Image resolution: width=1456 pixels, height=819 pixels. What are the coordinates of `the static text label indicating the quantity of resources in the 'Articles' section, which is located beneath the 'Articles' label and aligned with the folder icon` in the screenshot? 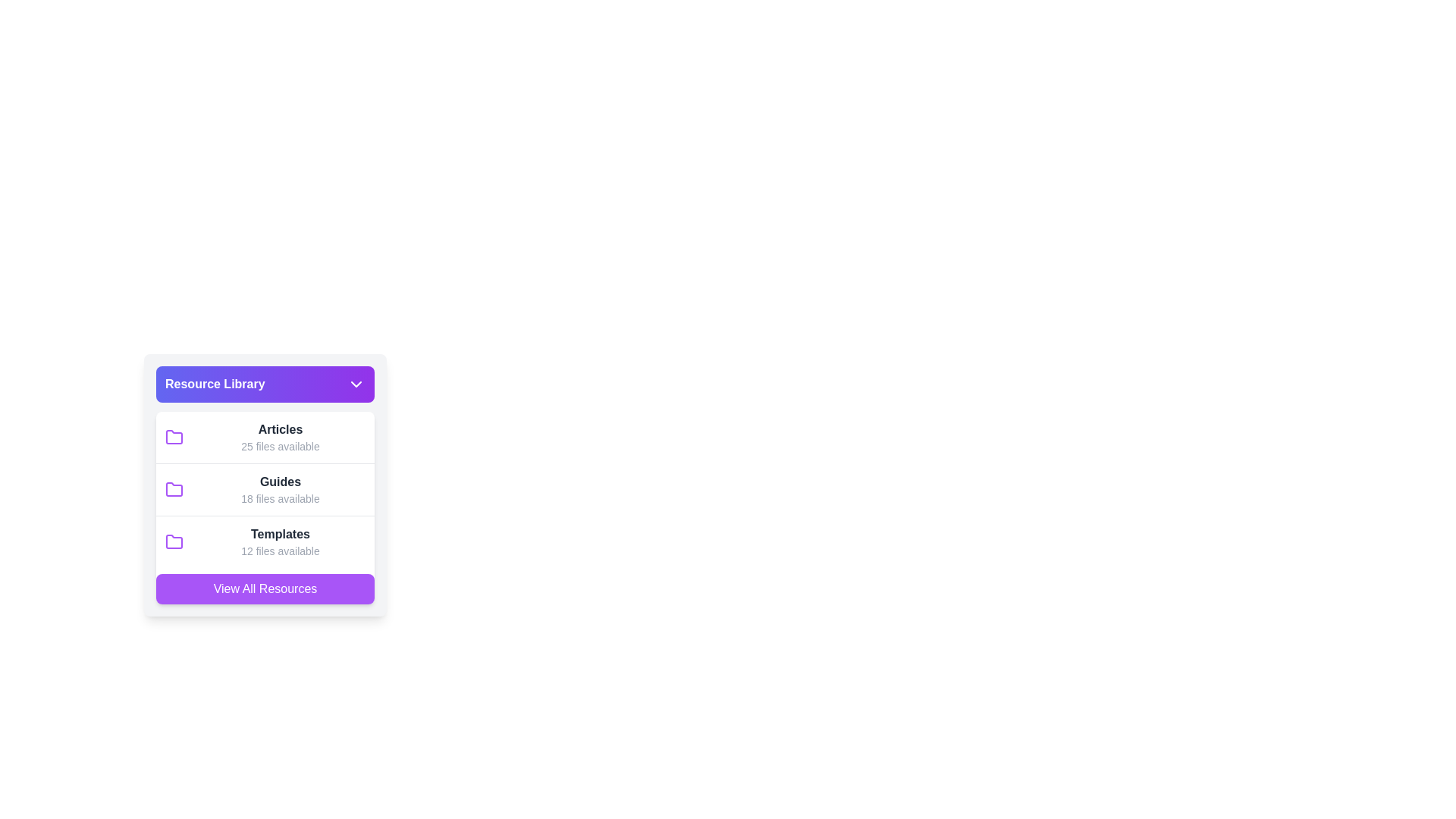 It's located at (280, 446).